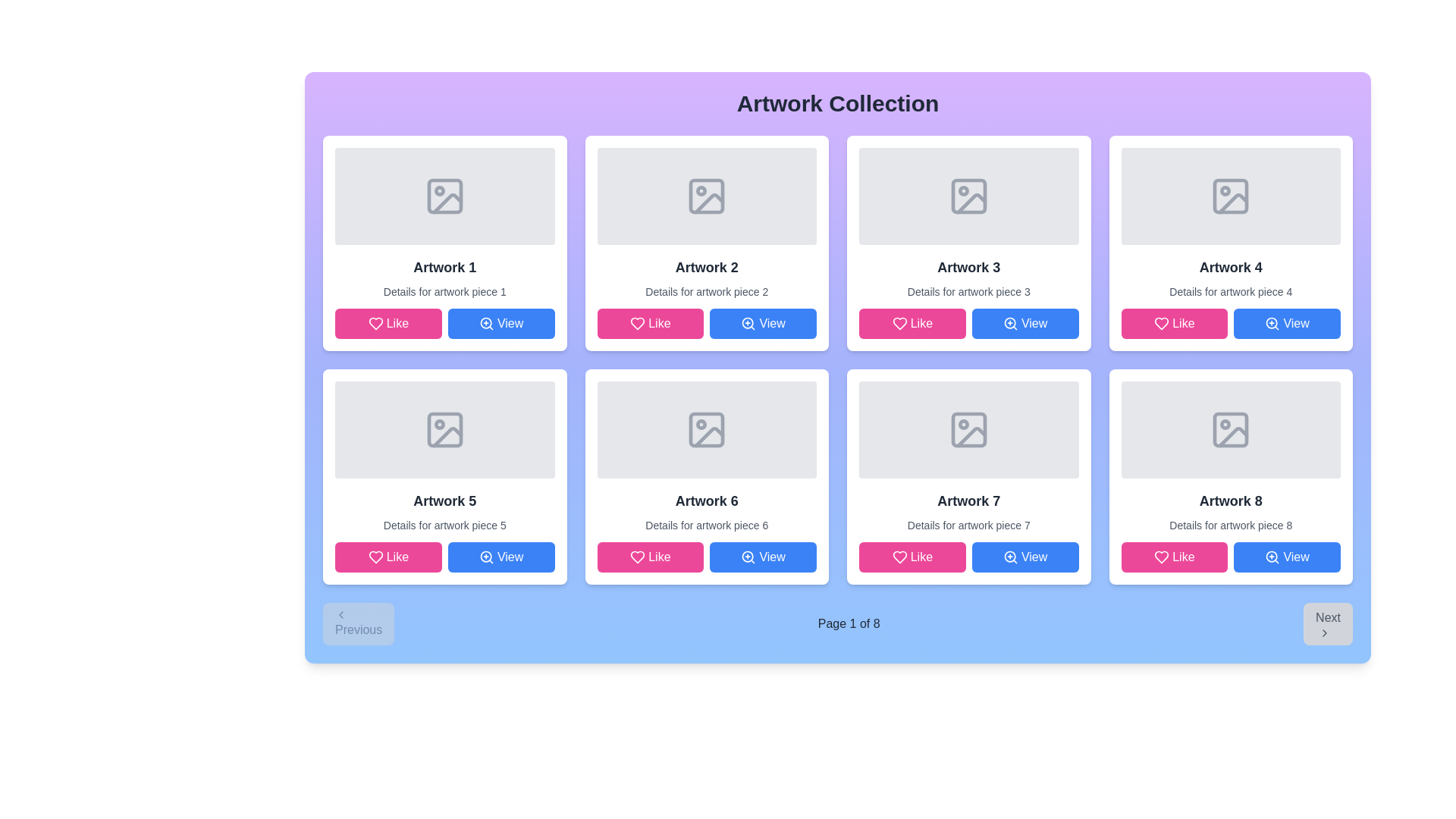 This screenshot has width=1456, height=819. Describe the element at coordinates (899, 323) in the screenshot. I see `the heart icon representing the 'Like' action located below the card titled 'Artwork 3' in the second row, to the left of the 'View' button, to trigger a 'Like' action` at that location.